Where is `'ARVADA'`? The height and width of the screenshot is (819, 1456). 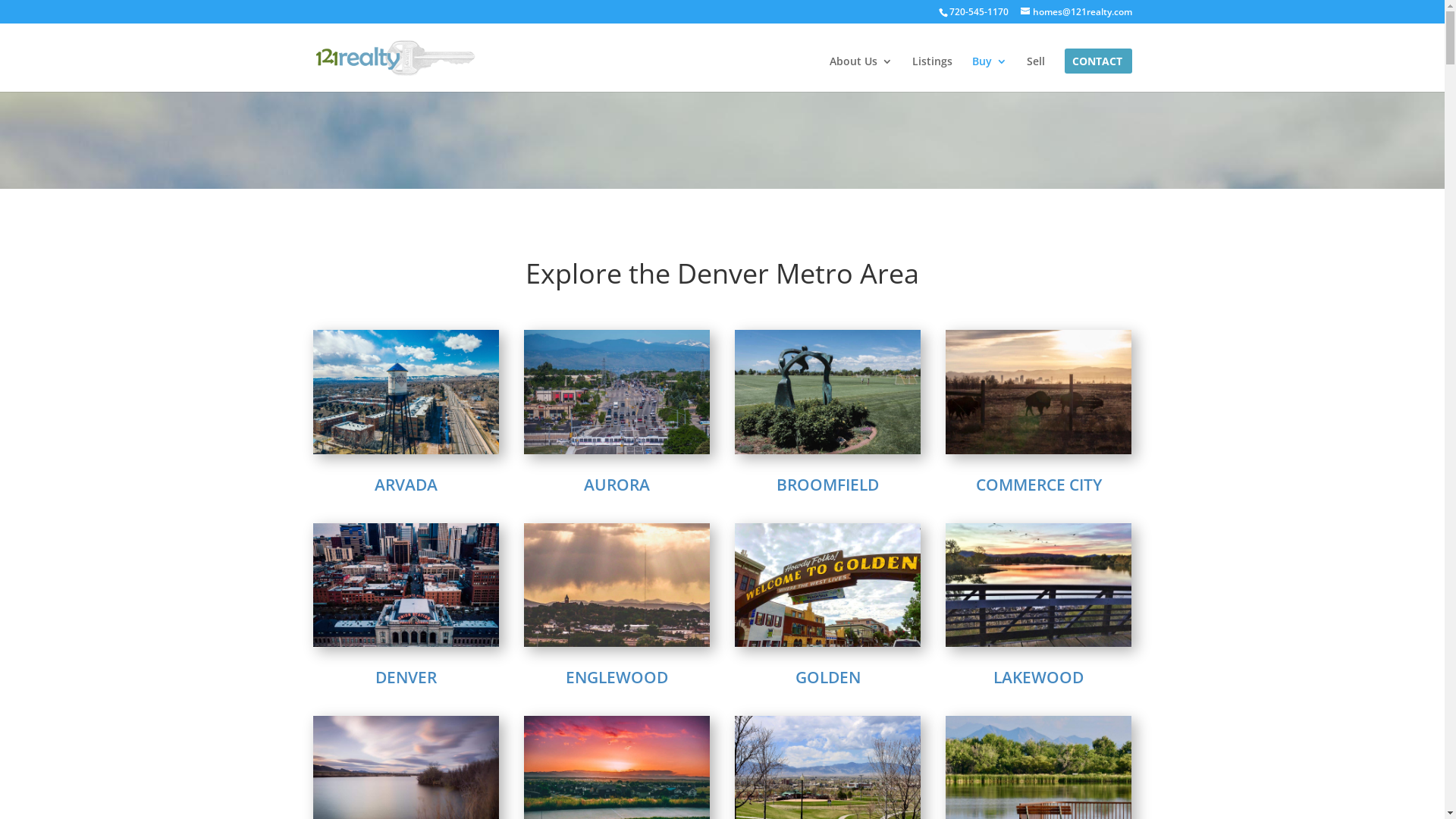
'ARVADA' is located at coordinates (406, 485).